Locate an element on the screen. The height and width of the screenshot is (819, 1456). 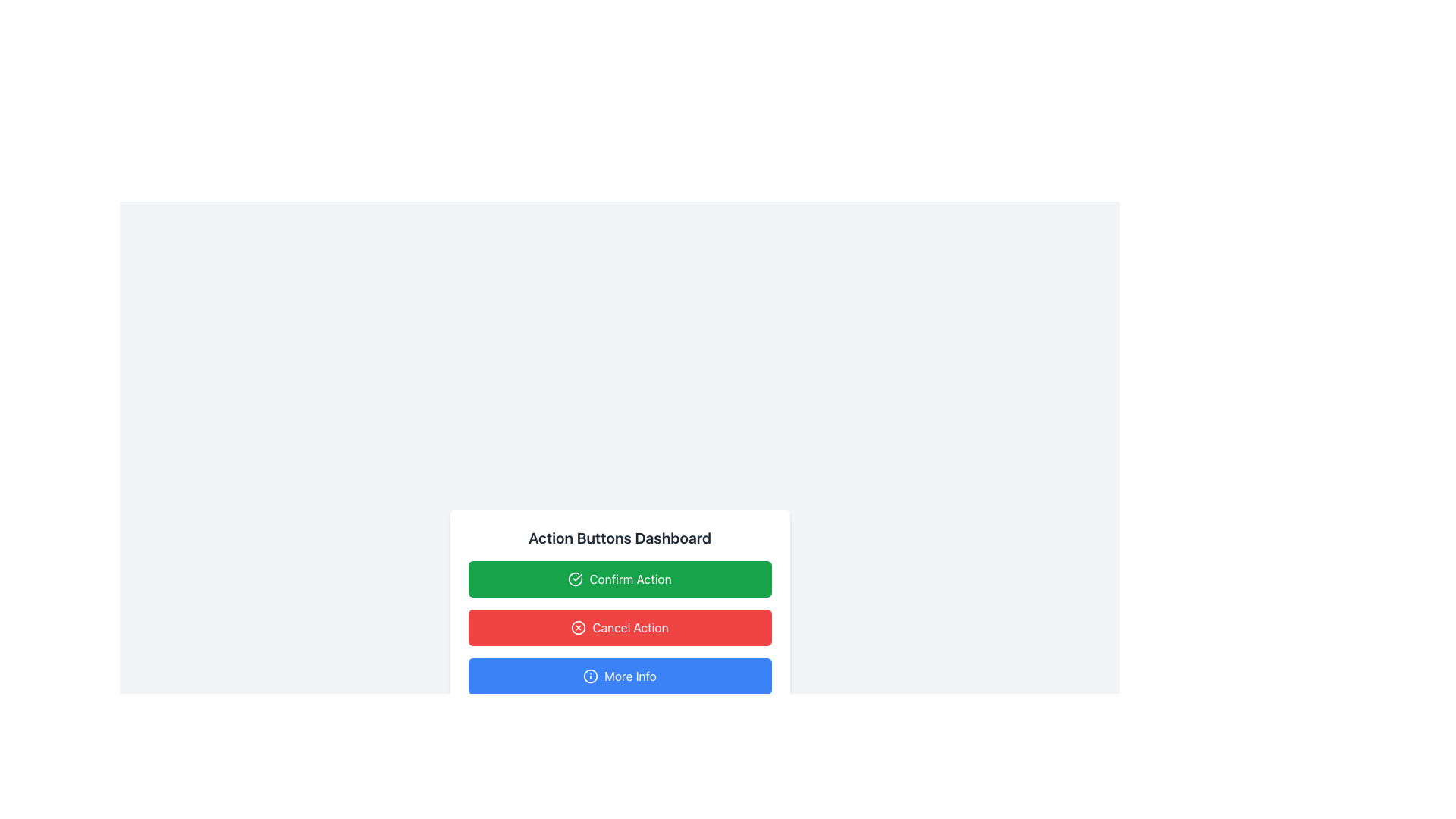
the cancel button located under 'Action Buttons Dashboard' is located at coordinates (620, 610).